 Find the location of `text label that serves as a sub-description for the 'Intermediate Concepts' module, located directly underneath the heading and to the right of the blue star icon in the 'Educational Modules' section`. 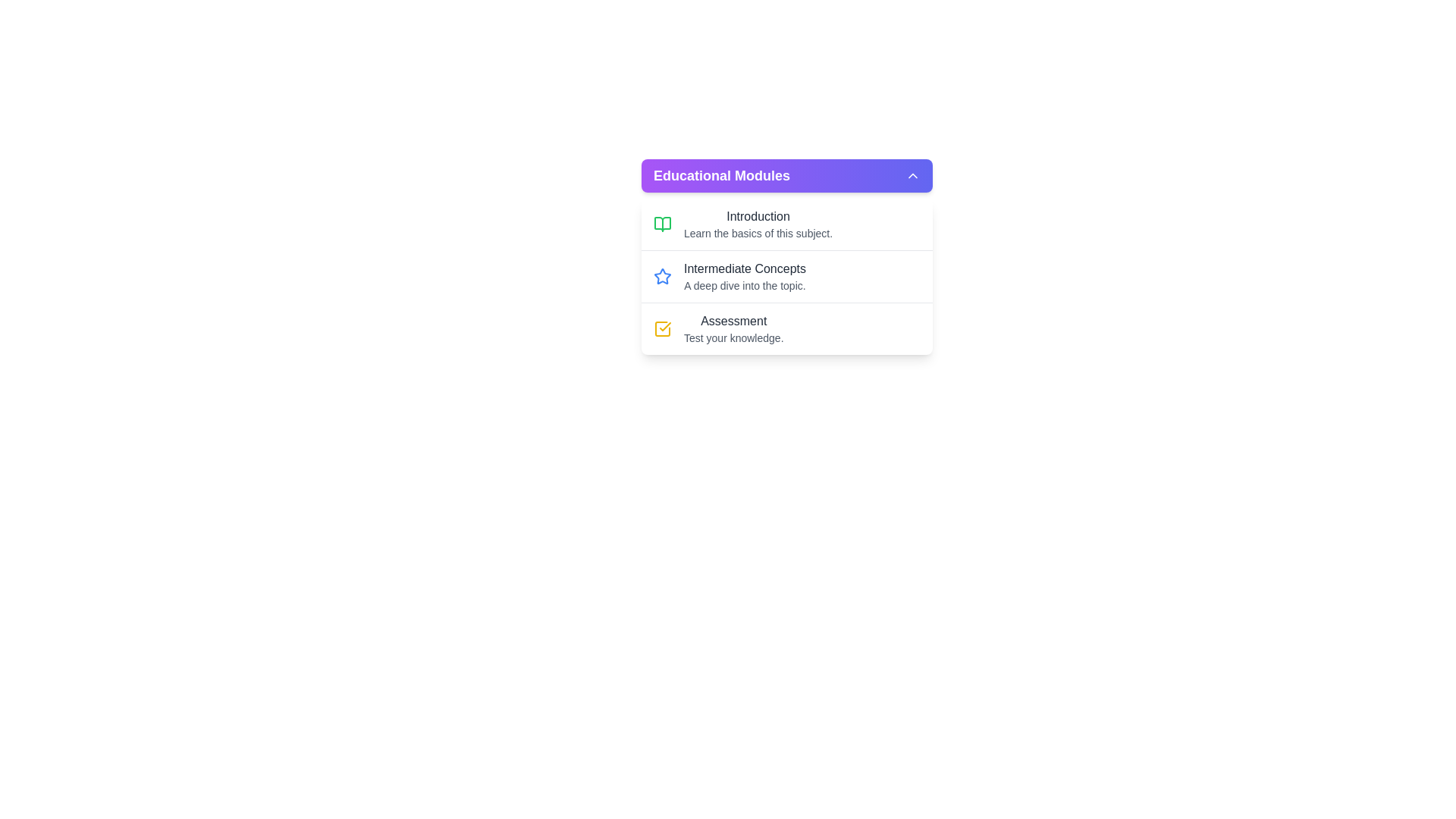

text label that serves as a sub-description for the 'Intermediate Concepts' module, located directly underneath the heading and to the right of the blue star icon in the 'Educational Modules' section is located at coordinates (745, 286).